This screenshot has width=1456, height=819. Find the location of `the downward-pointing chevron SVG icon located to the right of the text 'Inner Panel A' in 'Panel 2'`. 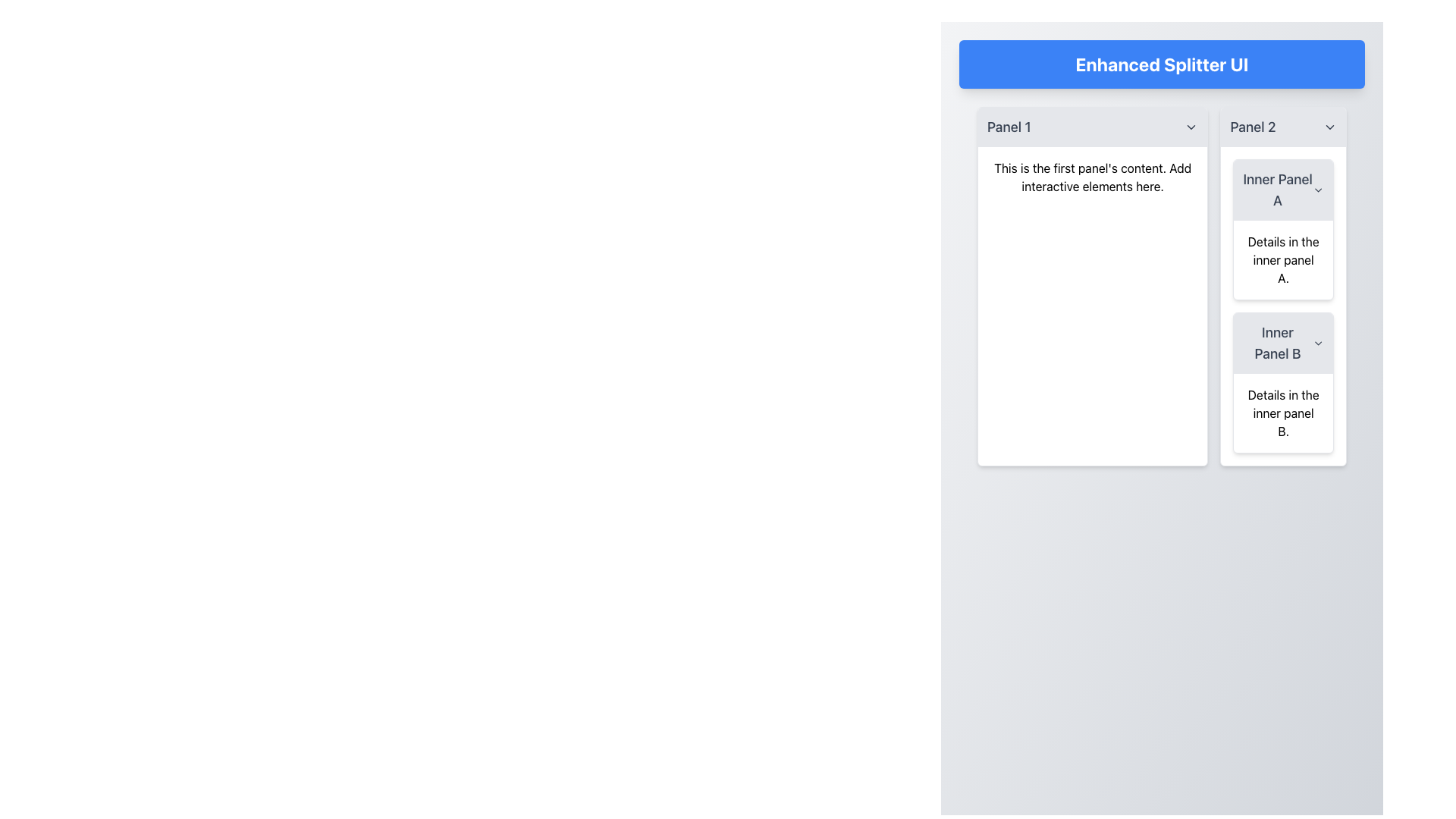

the downward-pointing chevron SVG icon located to the right of the text 'Inner Panel A' in 'Panel 2' is located at coordinates (1317, 189).